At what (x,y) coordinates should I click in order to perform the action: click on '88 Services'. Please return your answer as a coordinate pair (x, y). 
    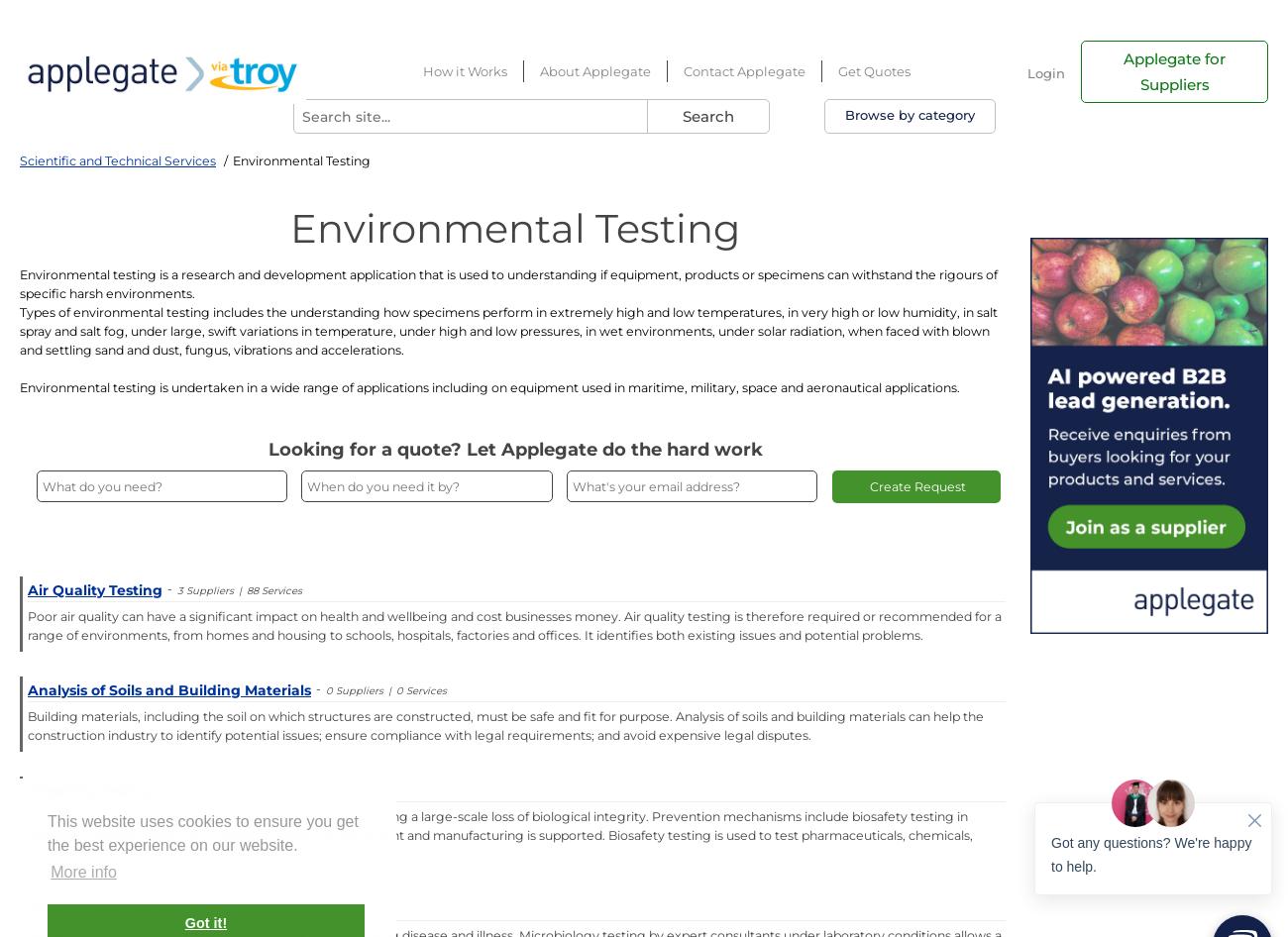
    Looking at the image, I should click on (274, 588).